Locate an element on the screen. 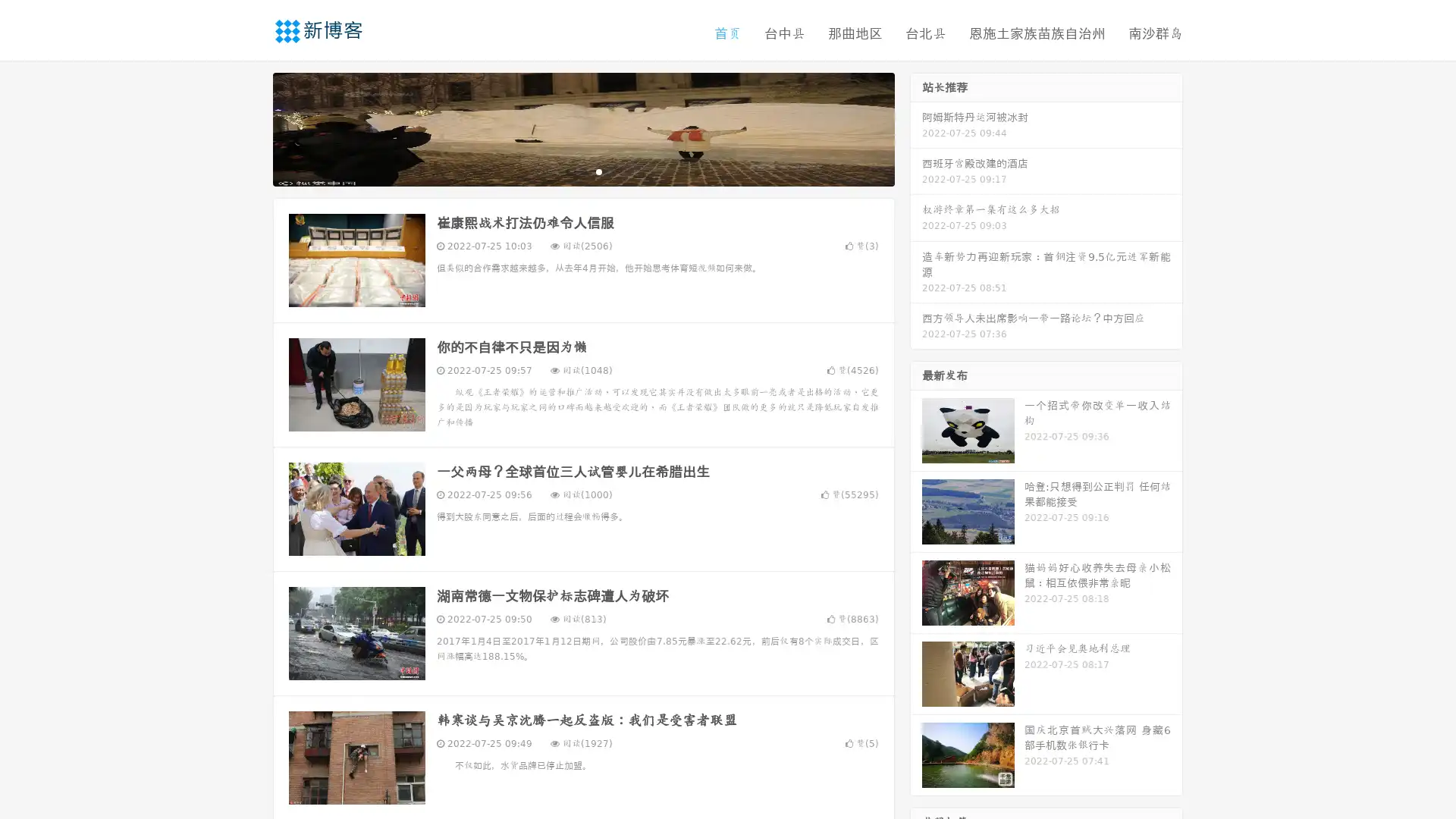 This screenshot has height=819, width=1456. Next slide is located at coordinates (916, 127).